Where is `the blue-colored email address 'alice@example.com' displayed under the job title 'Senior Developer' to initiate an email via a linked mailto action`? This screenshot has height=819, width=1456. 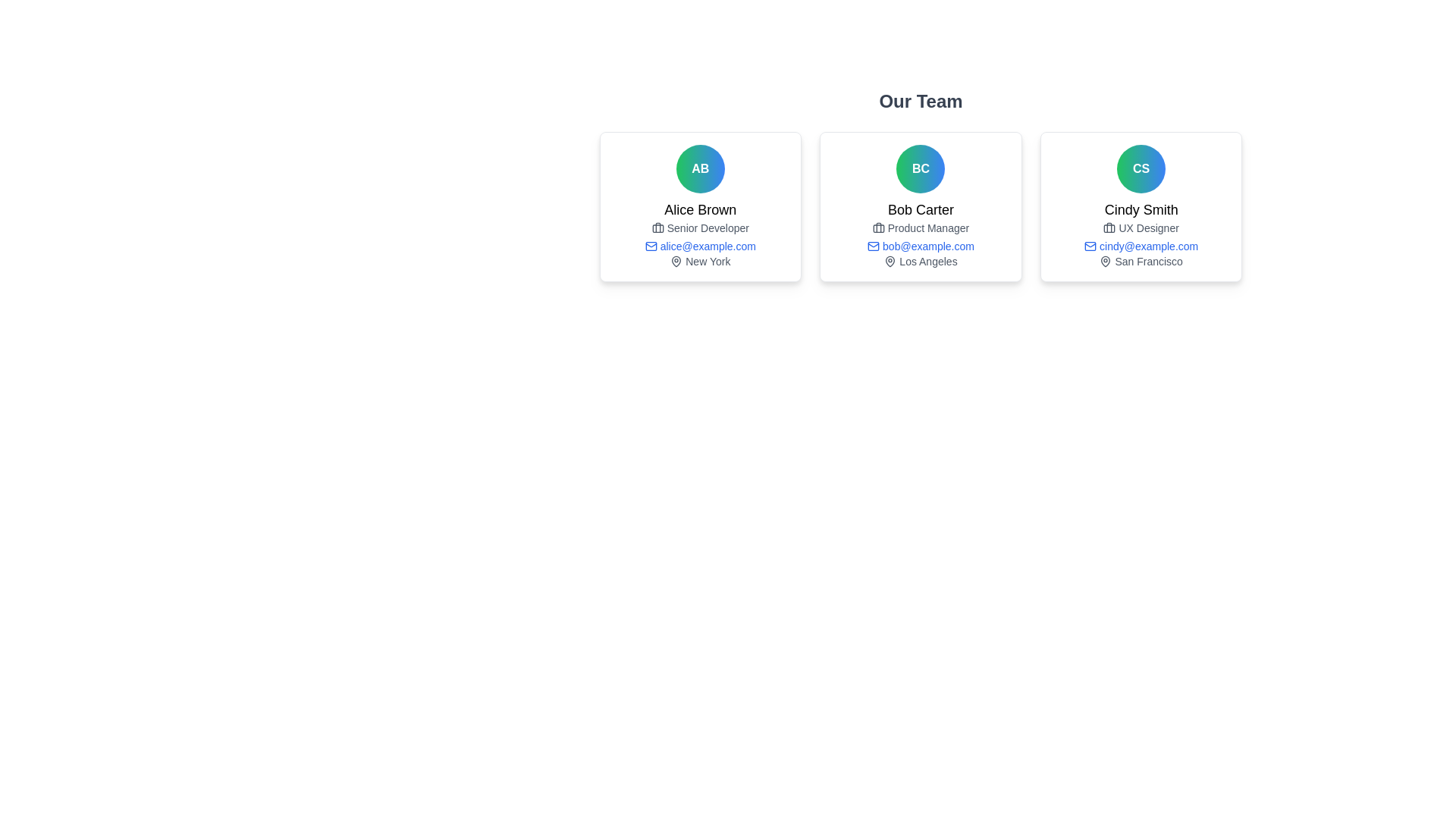 the blue-colored email address 'alice@example.com' displayed under the job title 'Senior Developer' to initiate an email via a linked mailto action is located at coordinates (699, 245).